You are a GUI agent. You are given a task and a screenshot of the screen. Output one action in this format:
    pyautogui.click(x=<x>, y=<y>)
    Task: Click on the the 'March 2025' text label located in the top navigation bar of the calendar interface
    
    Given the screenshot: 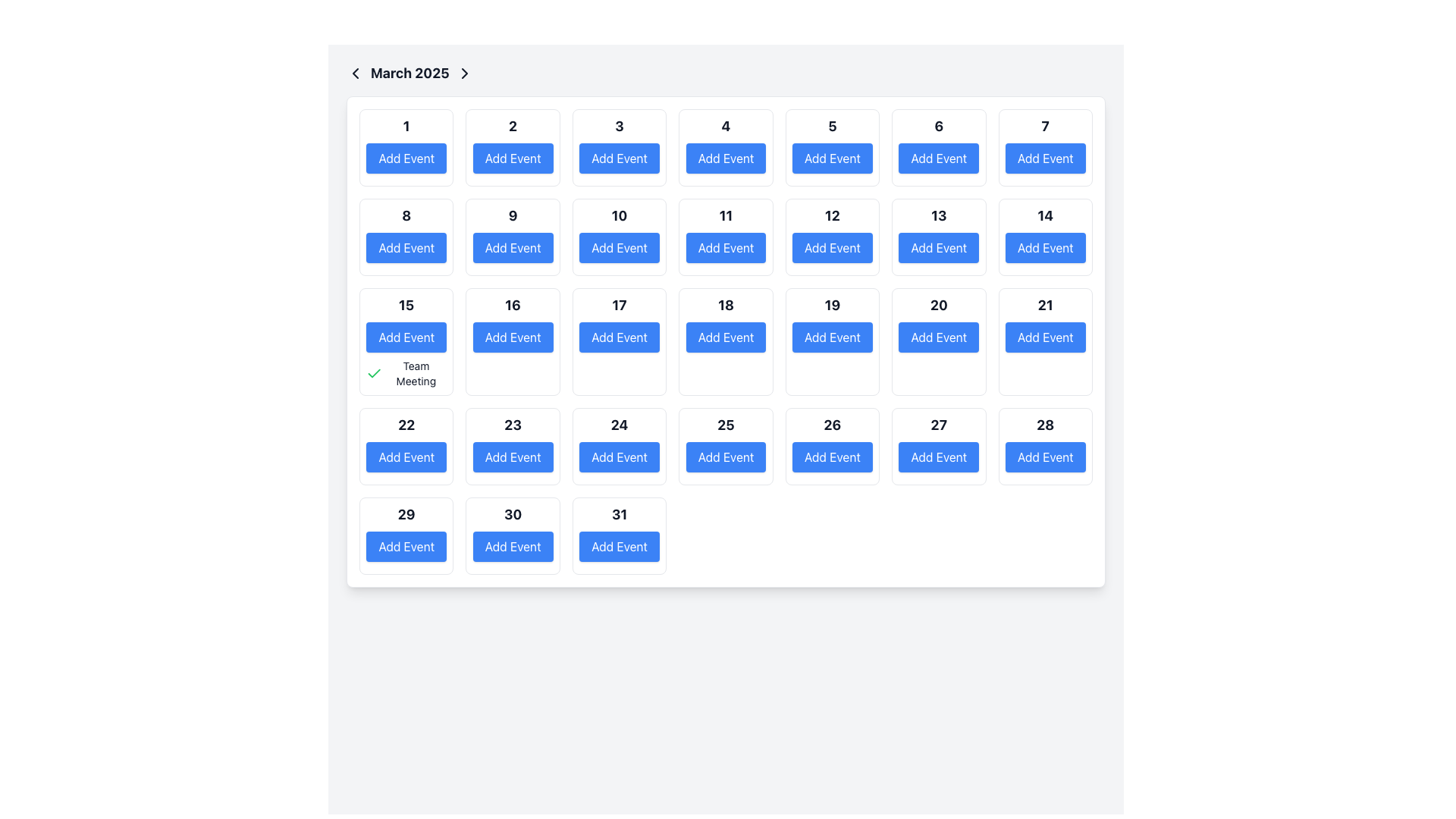 What is the action you would take?
    pyautogui.click(x=409, y=73)
    